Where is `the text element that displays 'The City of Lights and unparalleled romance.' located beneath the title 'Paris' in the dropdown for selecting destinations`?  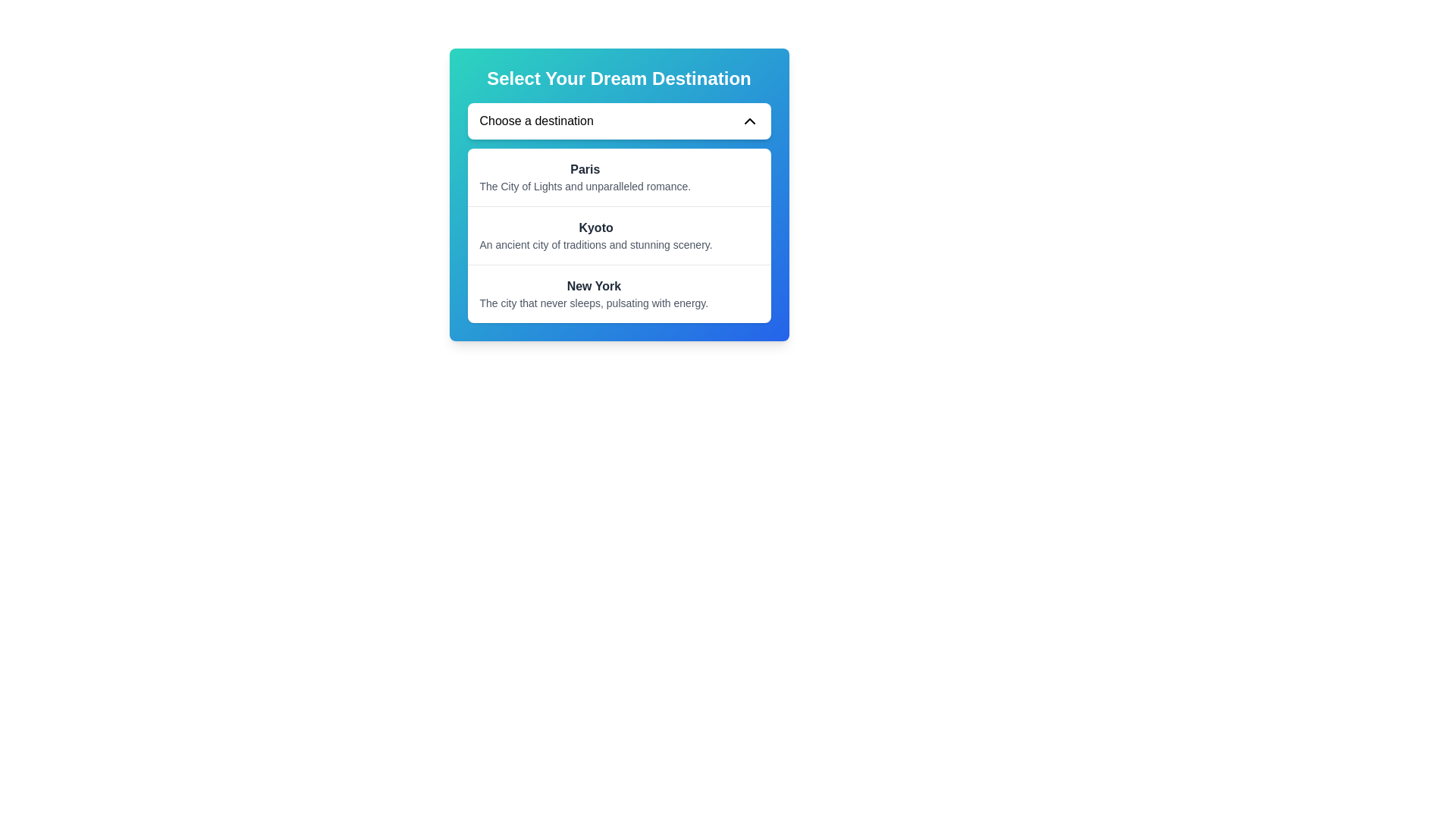 the text element that displays 'The City of Lights and unparalleled romance.' located beneath the title 'Paris' in the dropdown for selecting destinations is located at coordinates (584, 186).